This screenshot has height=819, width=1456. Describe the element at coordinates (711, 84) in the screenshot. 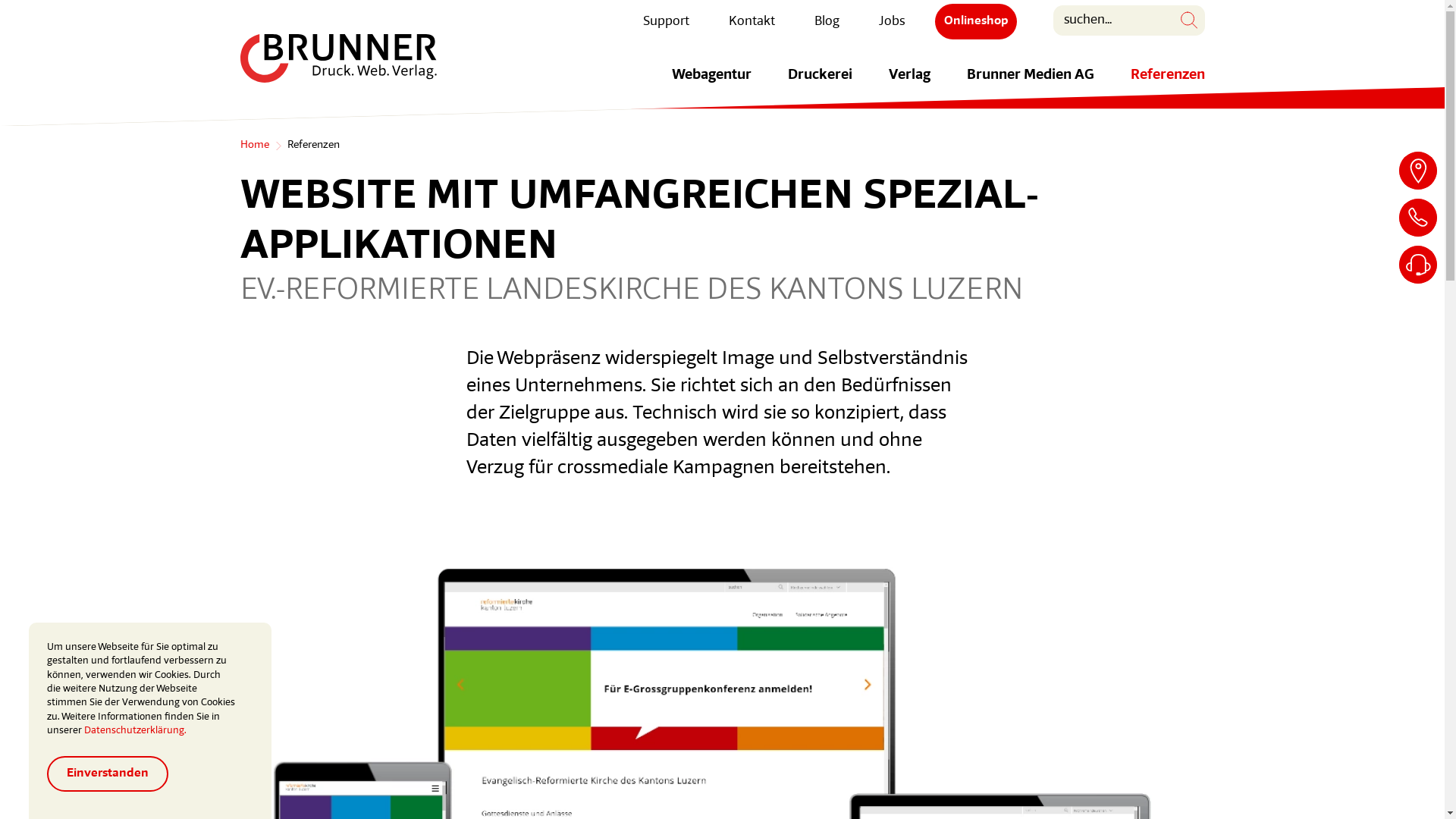

I see `'Webagentur'` at that location.